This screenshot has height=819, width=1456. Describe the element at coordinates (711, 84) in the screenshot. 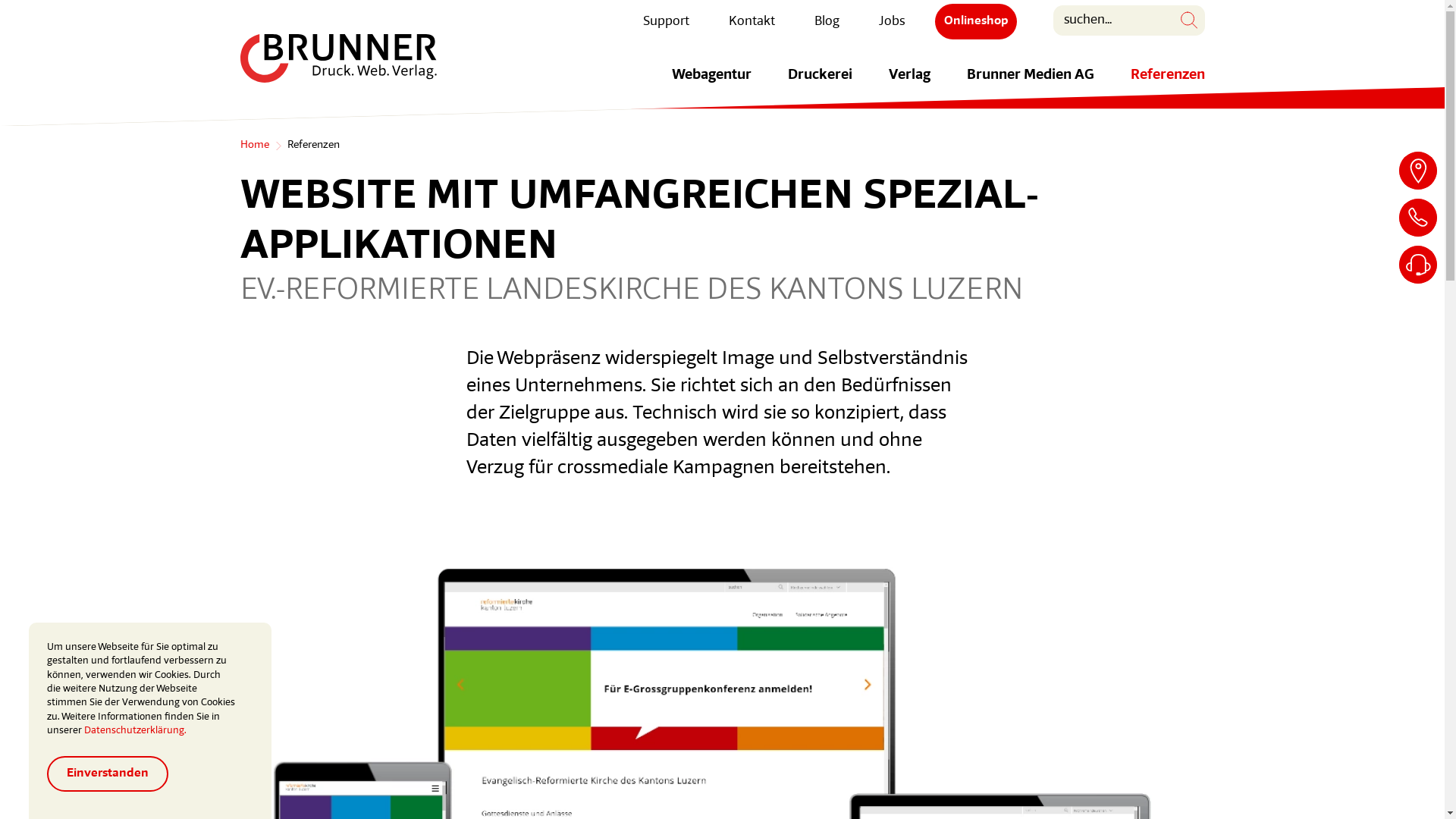

I see `'Webagentur'` at that location.